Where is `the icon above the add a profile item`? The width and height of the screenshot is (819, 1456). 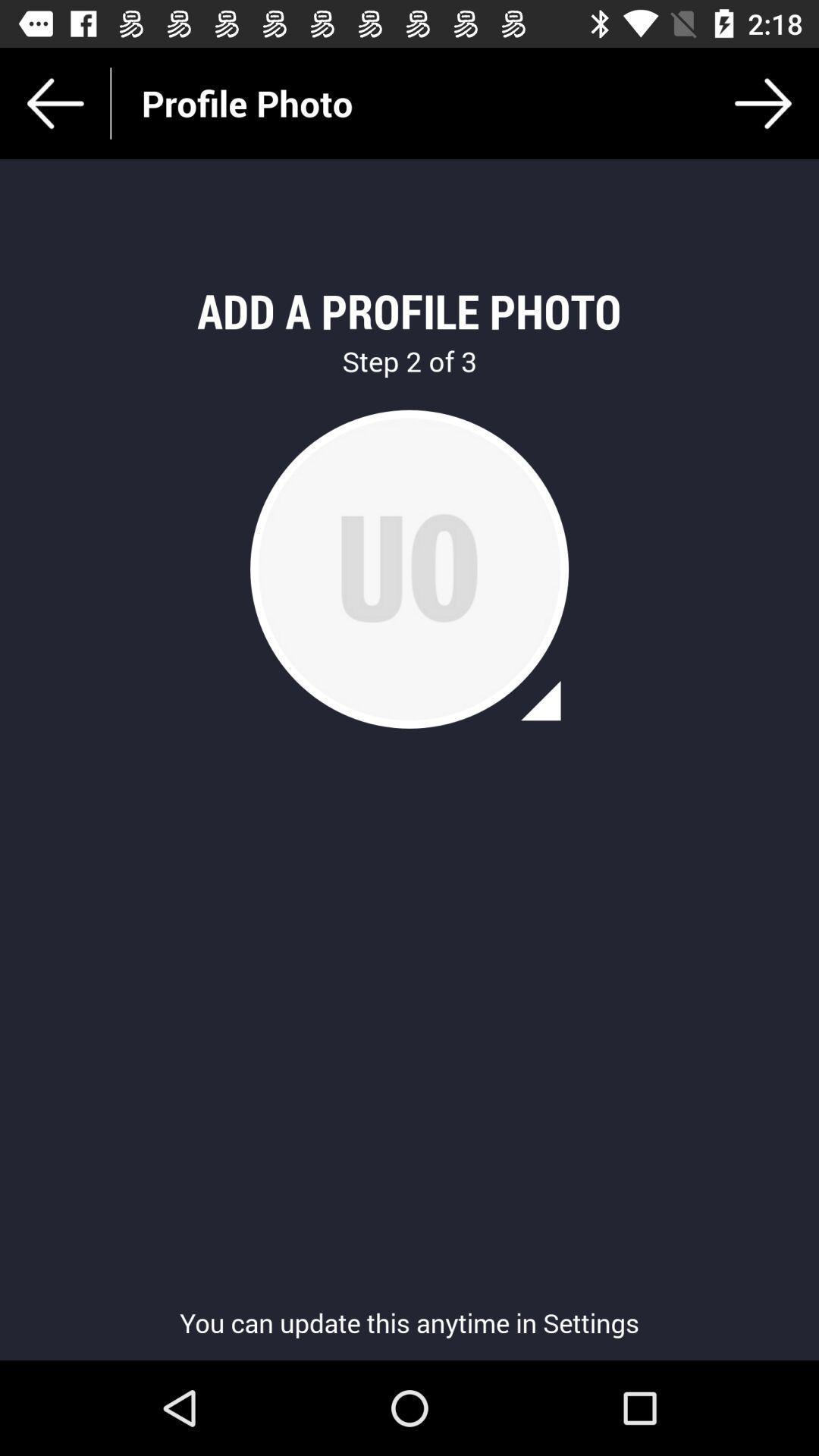
the icon above the add a profile item is located at coordinates (763, 102).